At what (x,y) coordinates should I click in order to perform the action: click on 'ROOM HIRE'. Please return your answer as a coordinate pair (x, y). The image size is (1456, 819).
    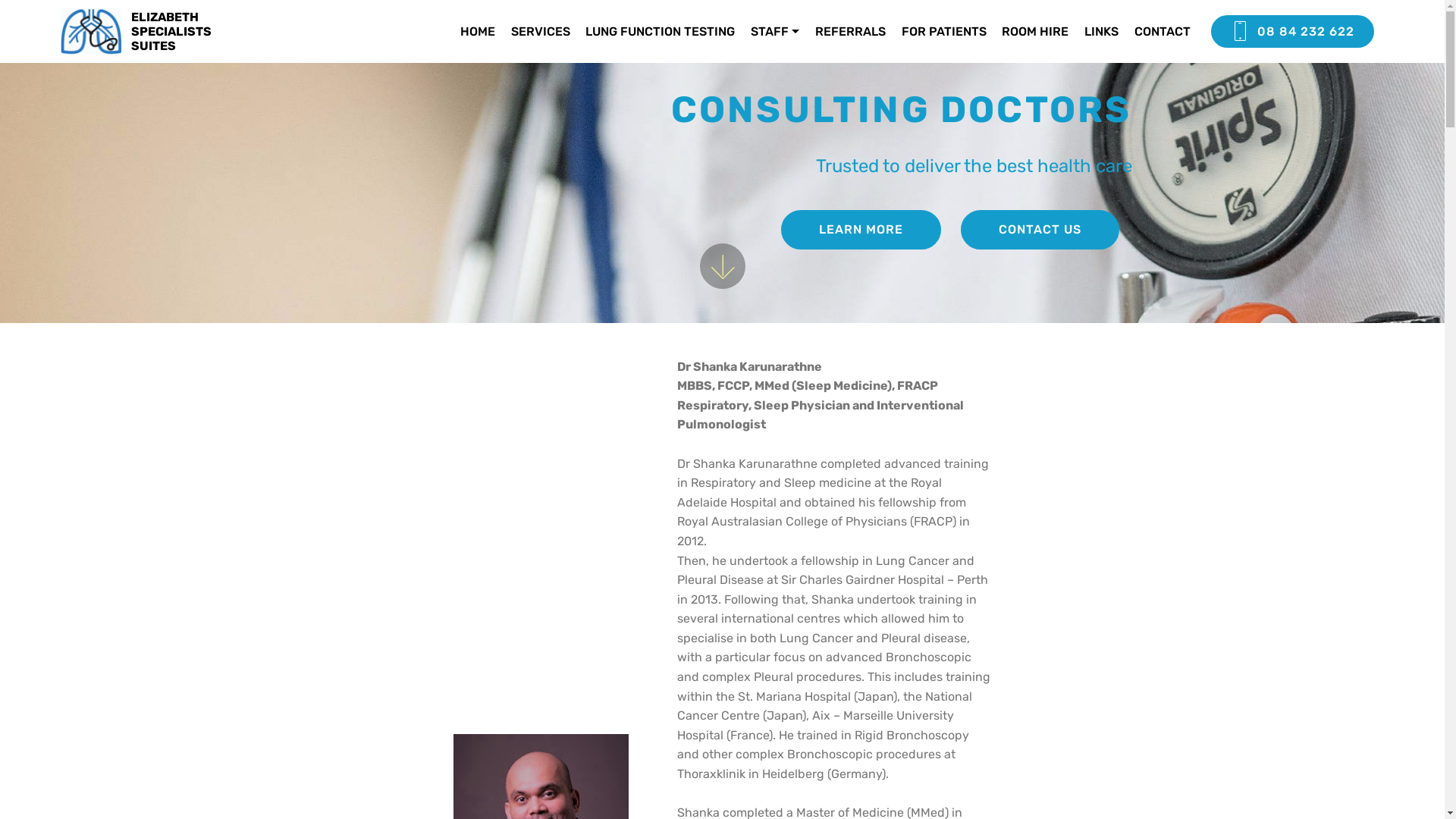
    Looking at the image, I should click on (1034, 31).